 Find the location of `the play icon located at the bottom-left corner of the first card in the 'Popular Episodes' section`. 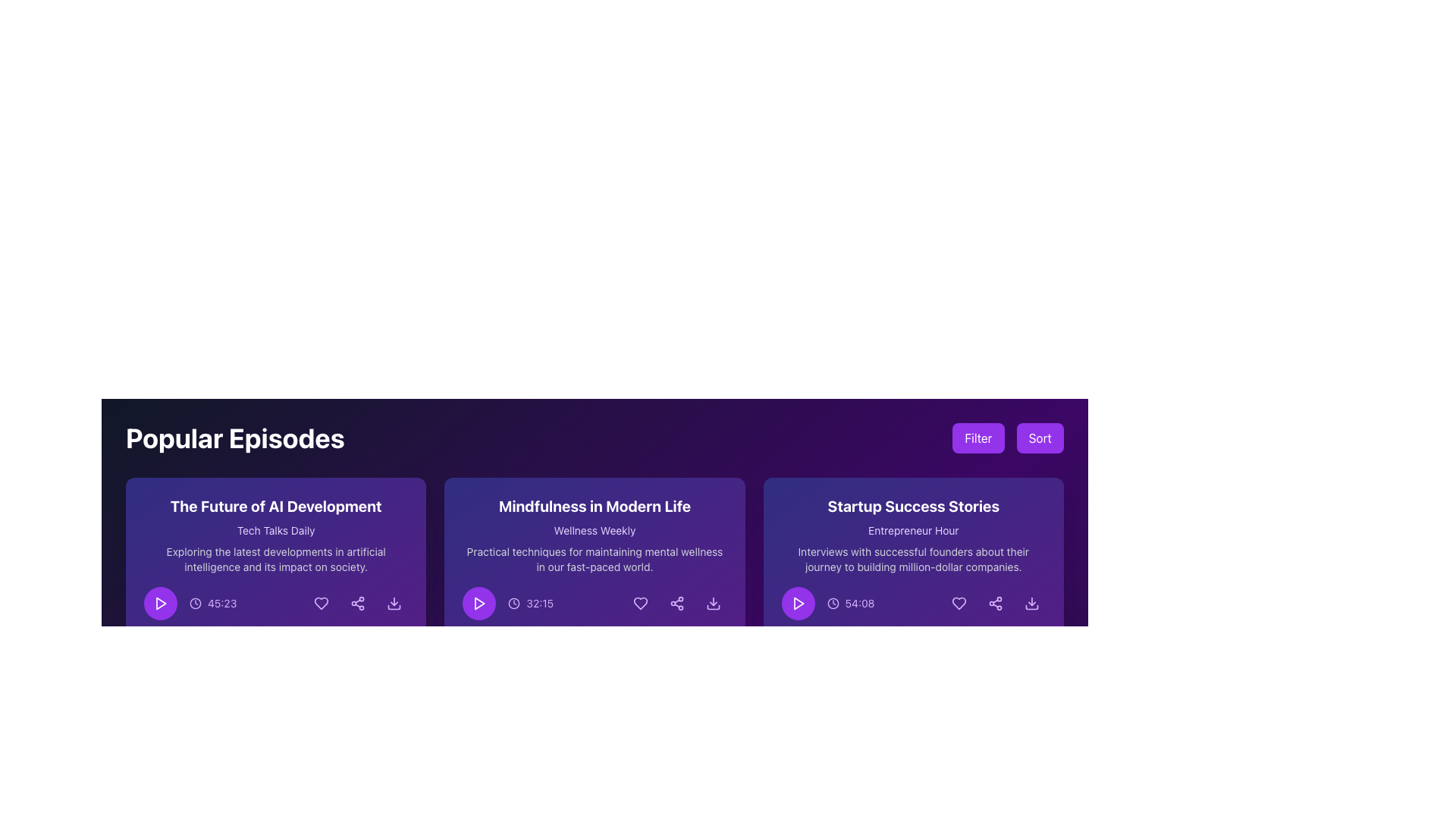

the play icon located at the bottom-left corner of the first card in the 'Popular Episodes' section is located at coordinates (161, 602).